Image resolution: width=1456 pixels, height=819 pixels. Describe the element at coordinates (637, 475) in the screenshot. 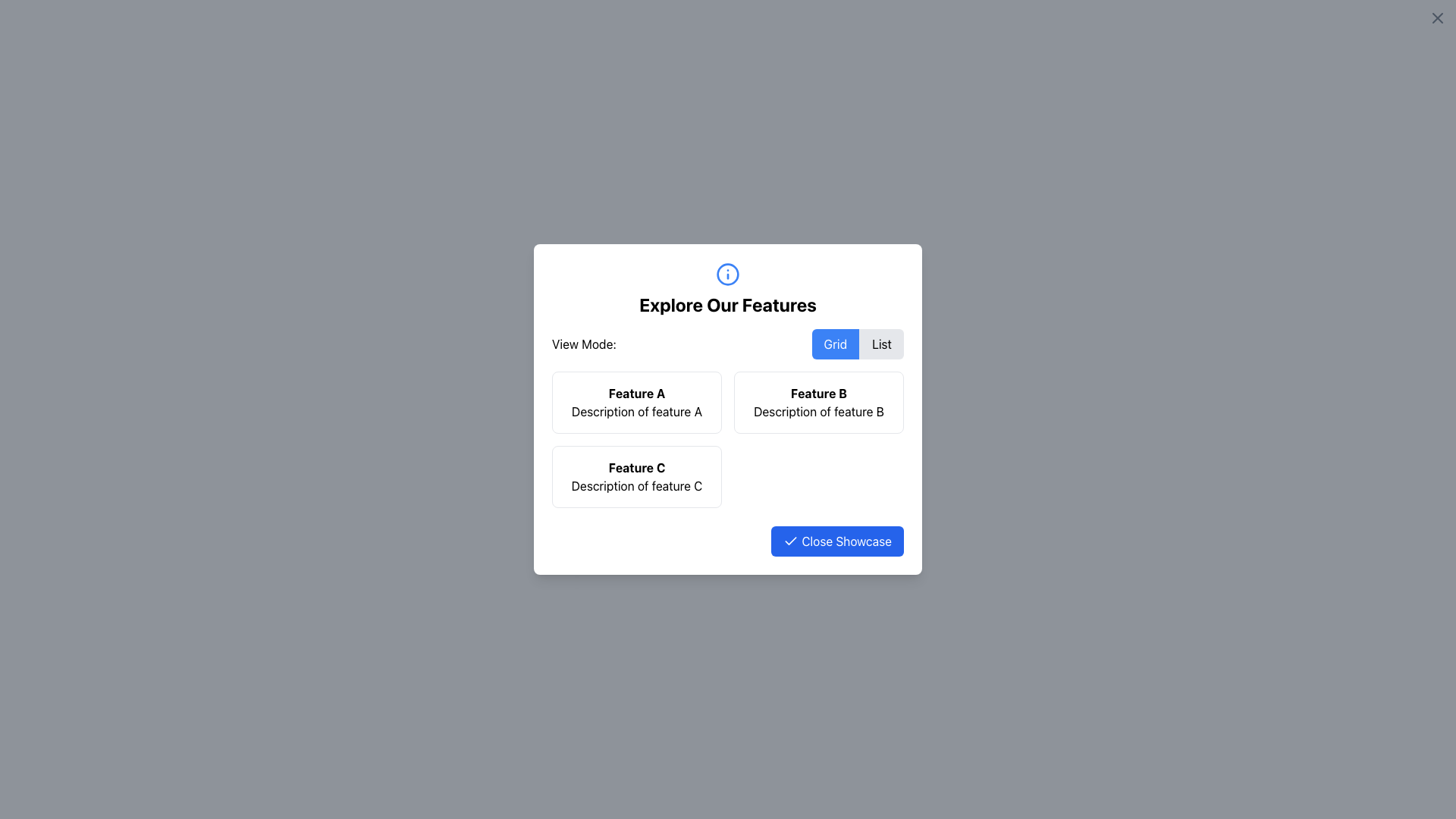

I see `the Information card with bold text 'Feature C' and a description 'Description of feature C', located in the lower-left corner of the two-column grid structure` at that location.